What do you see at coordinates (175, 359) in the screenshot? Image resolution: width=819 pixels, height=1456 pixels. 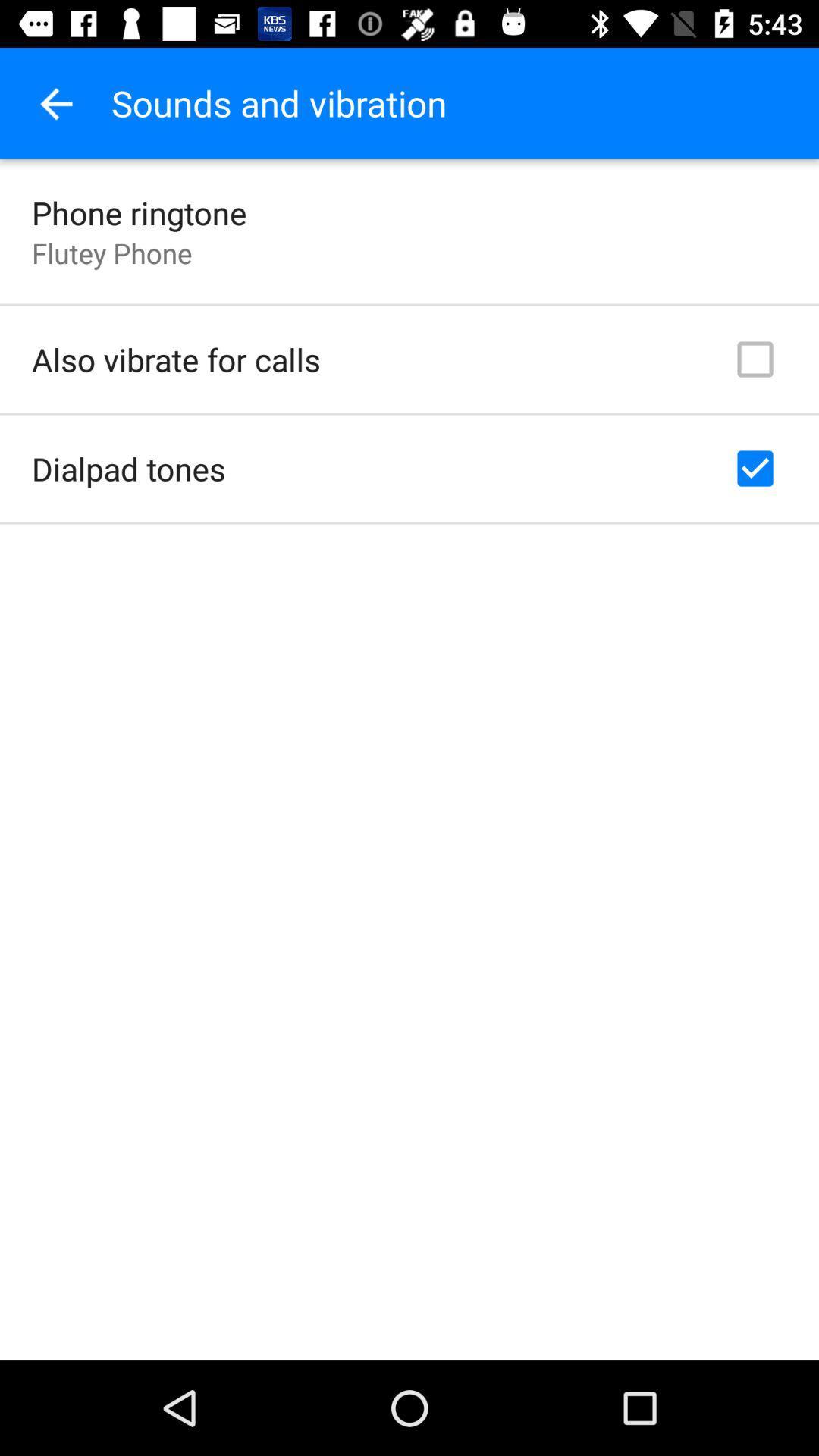 I see `also vibrate for item` at bounding box center [175, 359].